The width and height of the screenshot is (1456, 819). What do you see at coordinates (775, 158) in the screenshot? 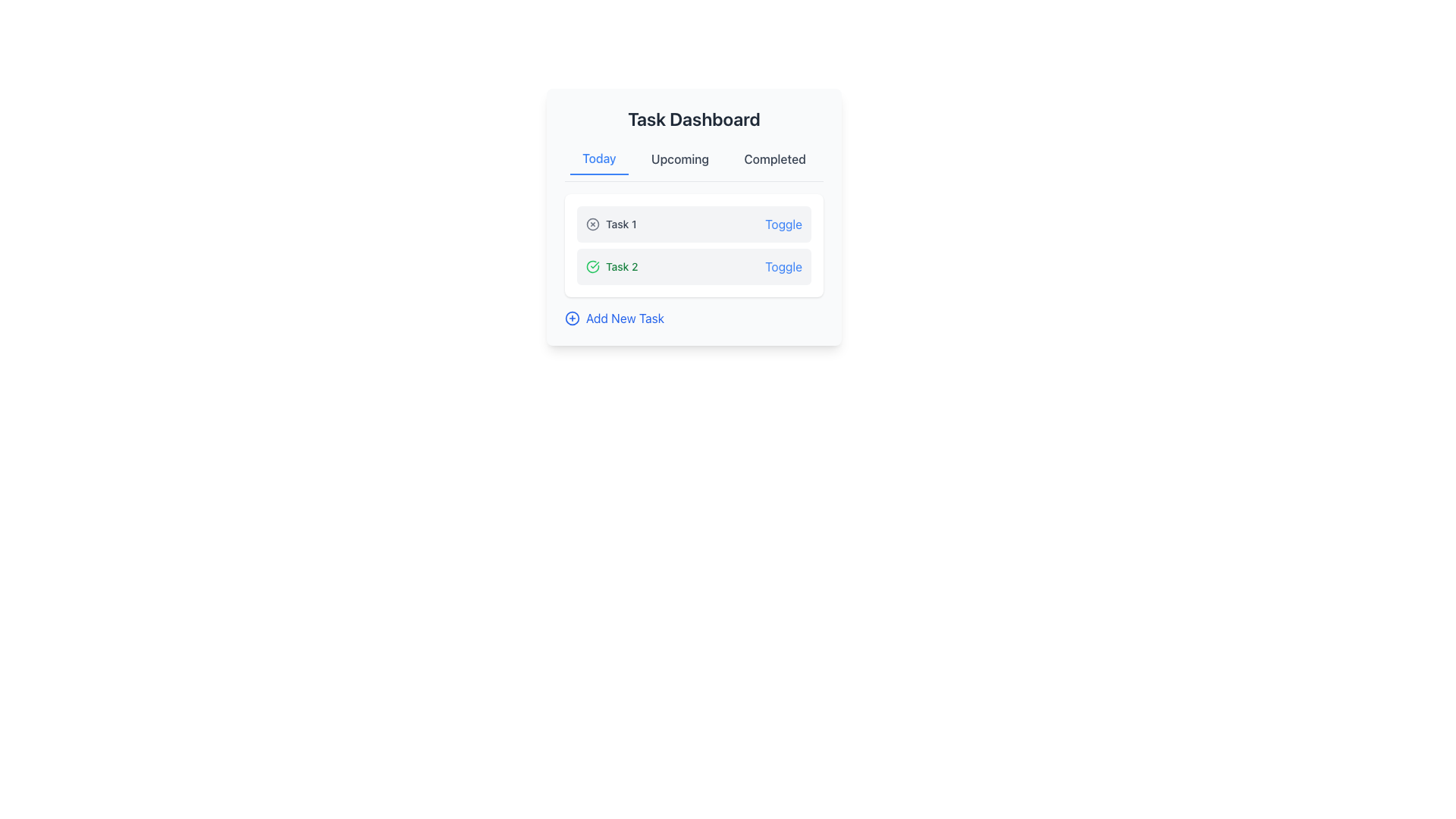
I see `the 'Completed' button in the navigation menu of the 'Task Dashboard' interface` at bounding box center [775, 158].